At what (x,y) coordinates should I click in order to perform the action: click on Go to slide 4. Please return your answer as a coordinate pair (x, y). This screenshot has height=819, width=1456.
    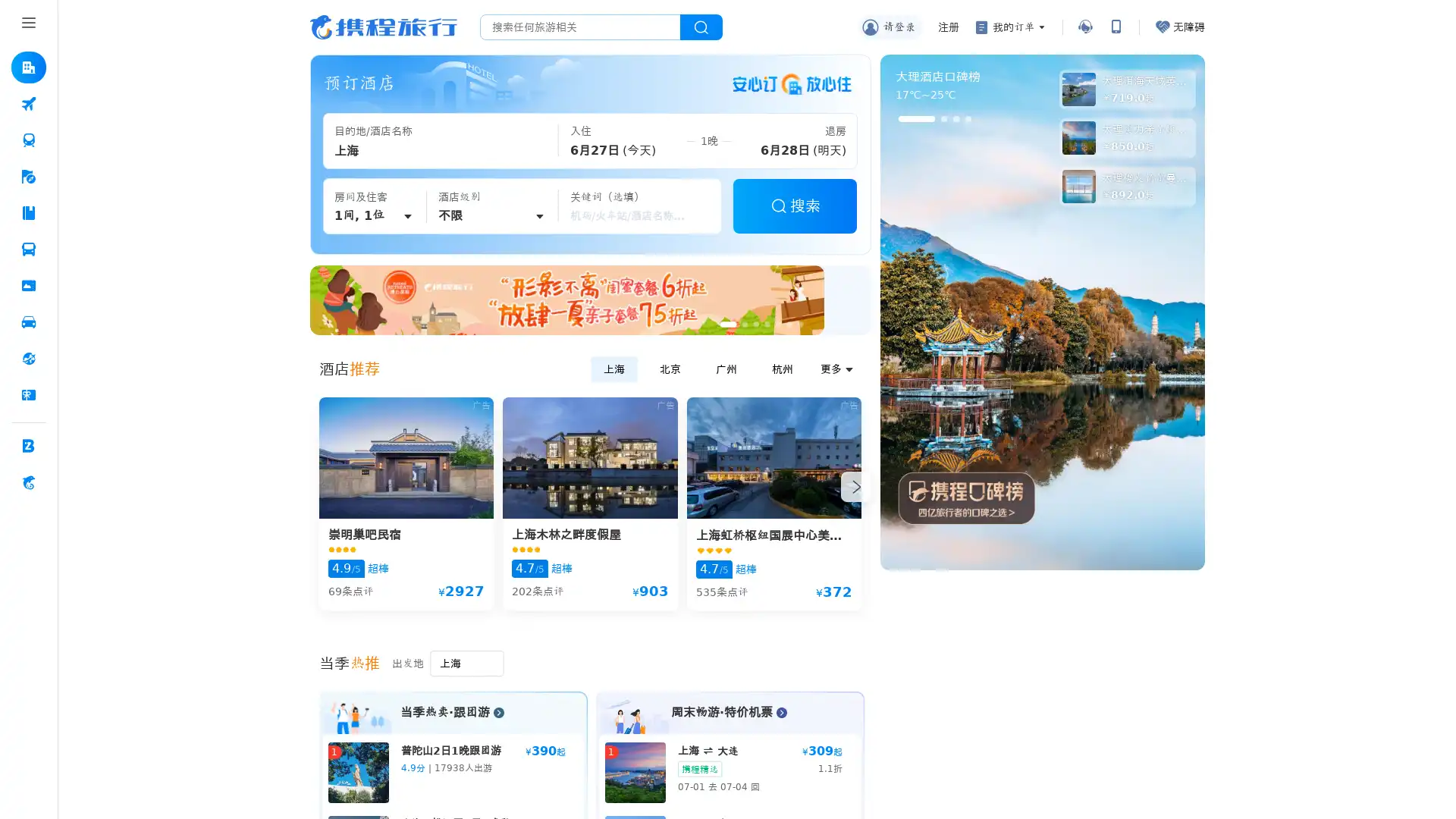
    Looking at the image, I should click on (967, 118).